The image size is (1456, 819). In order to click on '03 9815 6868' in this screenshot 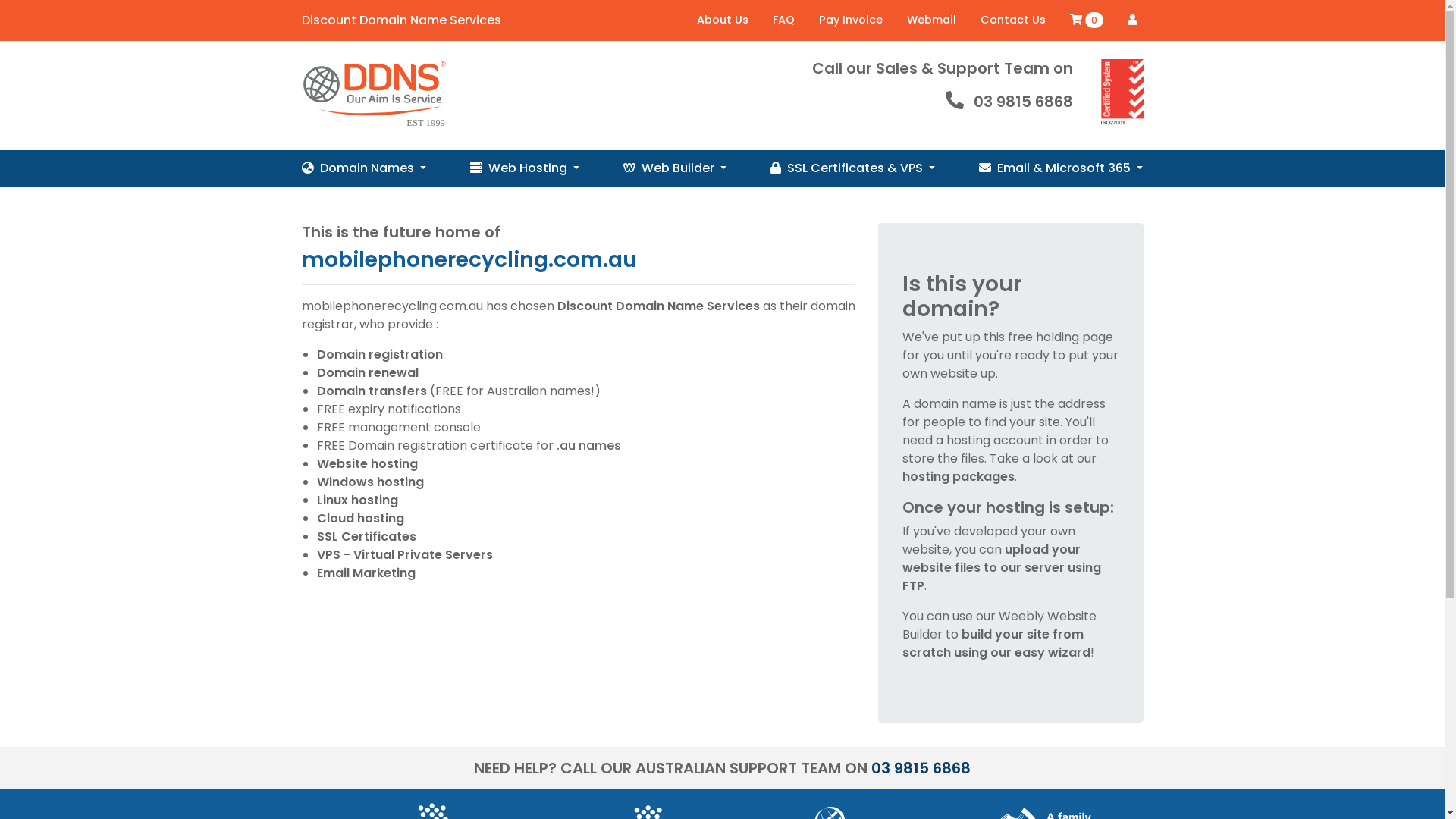, I will do `click(920, 768)`.